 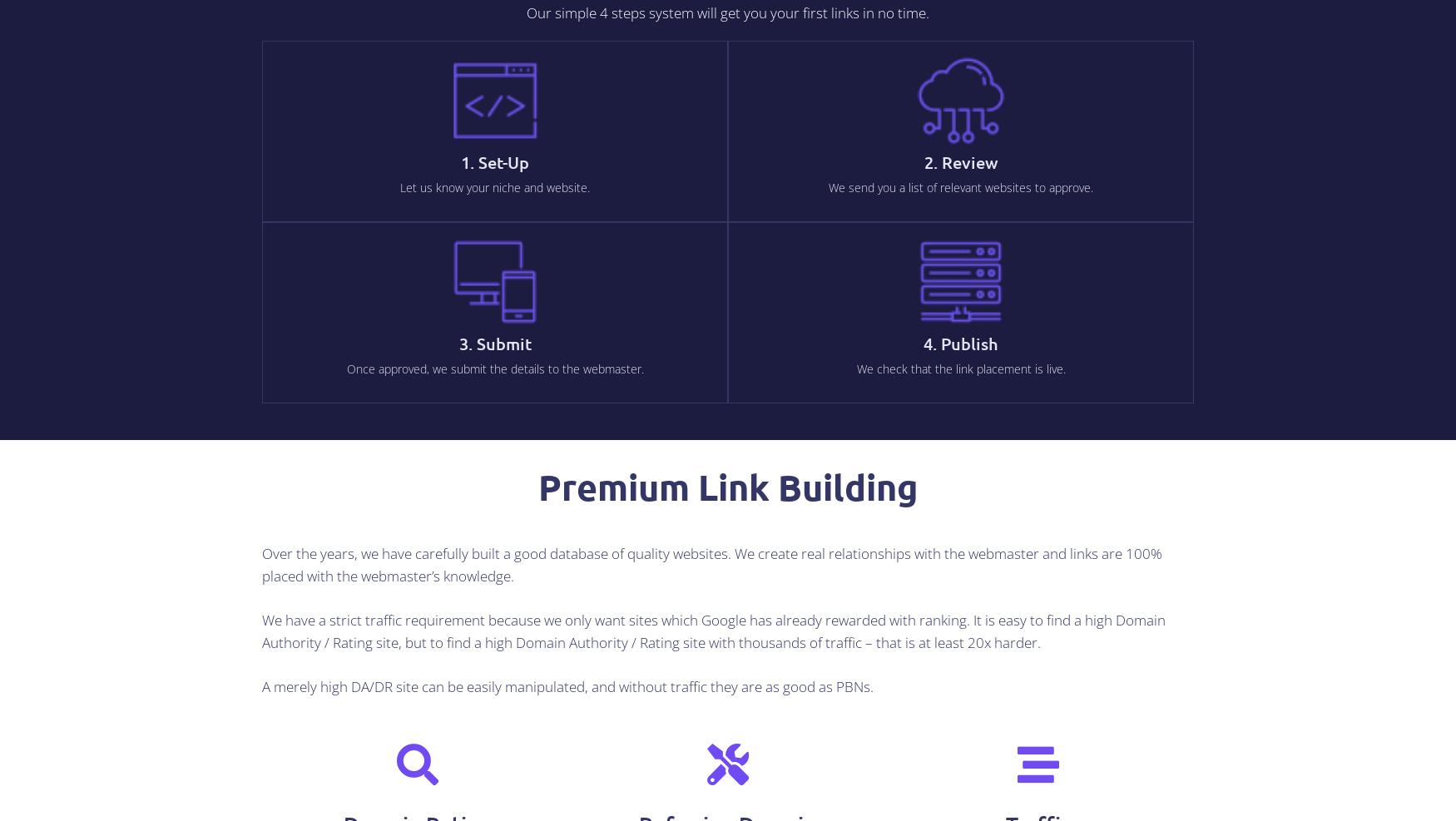 What do you see at coordinates (711, 564) in the screenshot?
I see `'Over the years, we have carefully built a good database of quality websites. We create real relationships with the webmaster and links are 100% placed with the webmaster’s knowledge.'` at bounding box center [711, 564].